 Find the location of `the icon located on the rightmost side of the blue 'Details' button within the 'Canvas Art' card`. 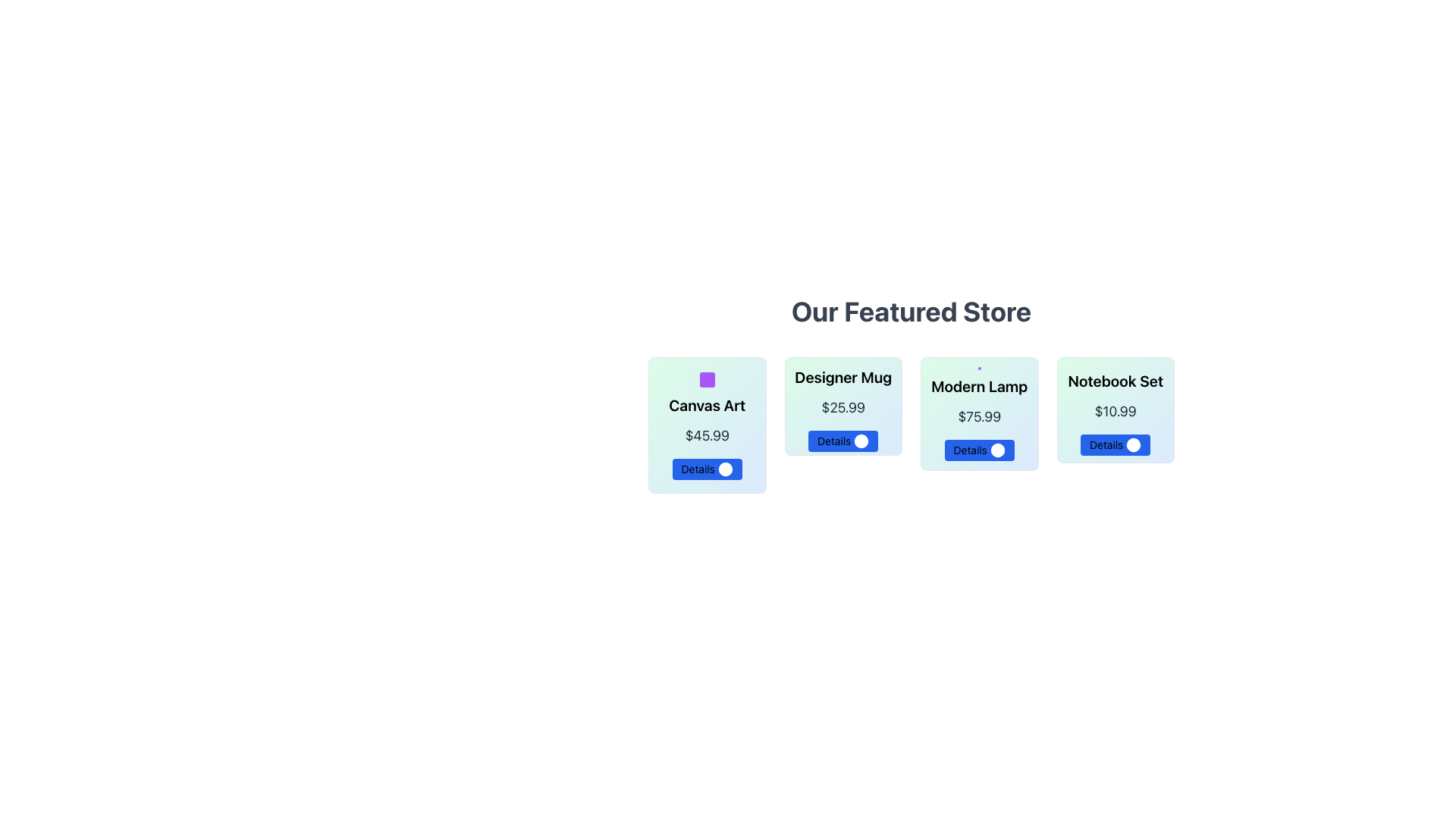

the icon located on the rightmost side of the blue 'Details' button within the 'Canvas Art' card is located at coordinates (724, 468).